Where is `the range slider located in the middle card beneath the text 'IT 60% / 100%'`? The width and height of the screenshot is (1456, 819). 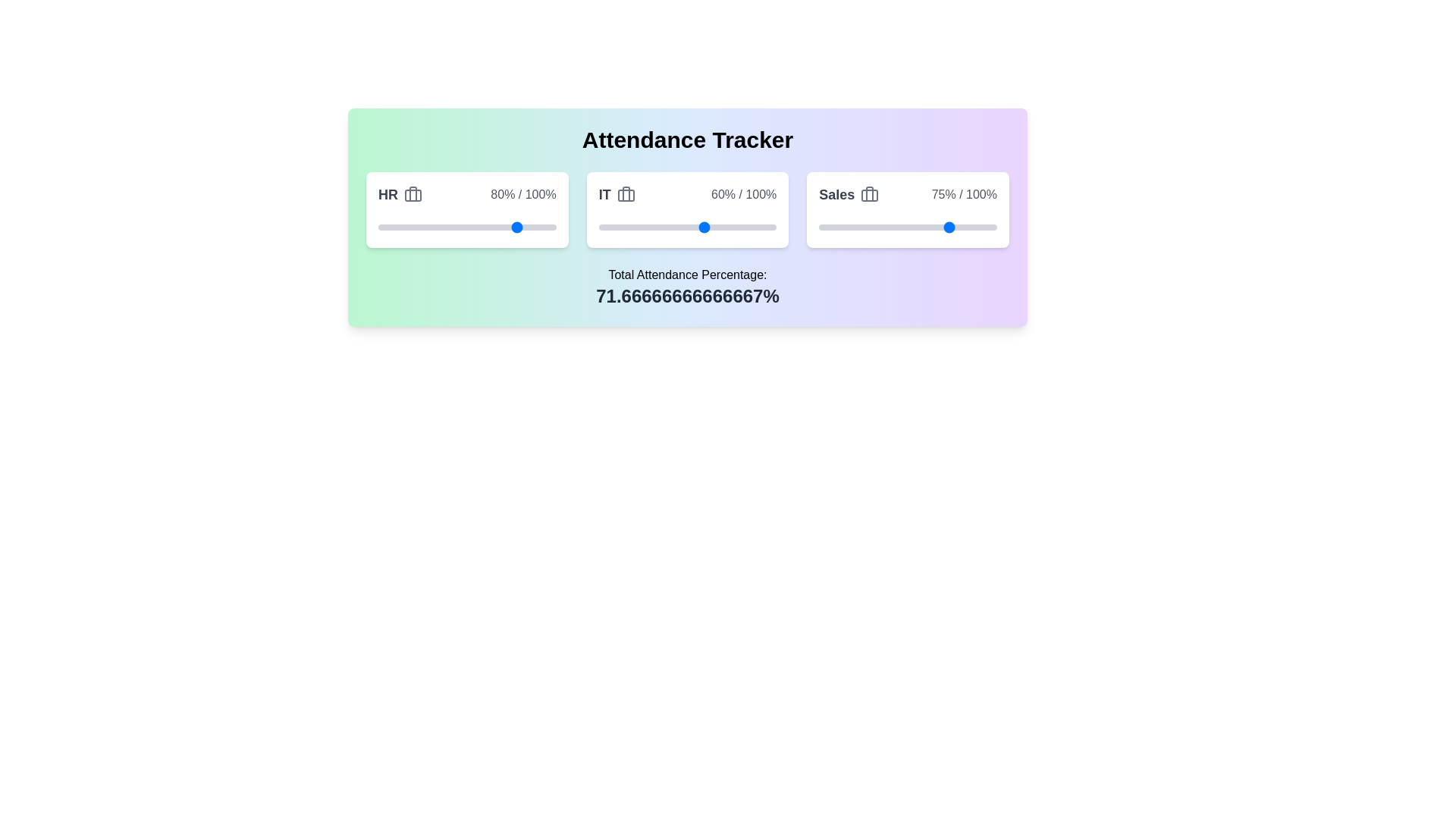
the range slider located in the middle card beneath the text 'IT 60% / 100%' is located at coordinates (687, 227).